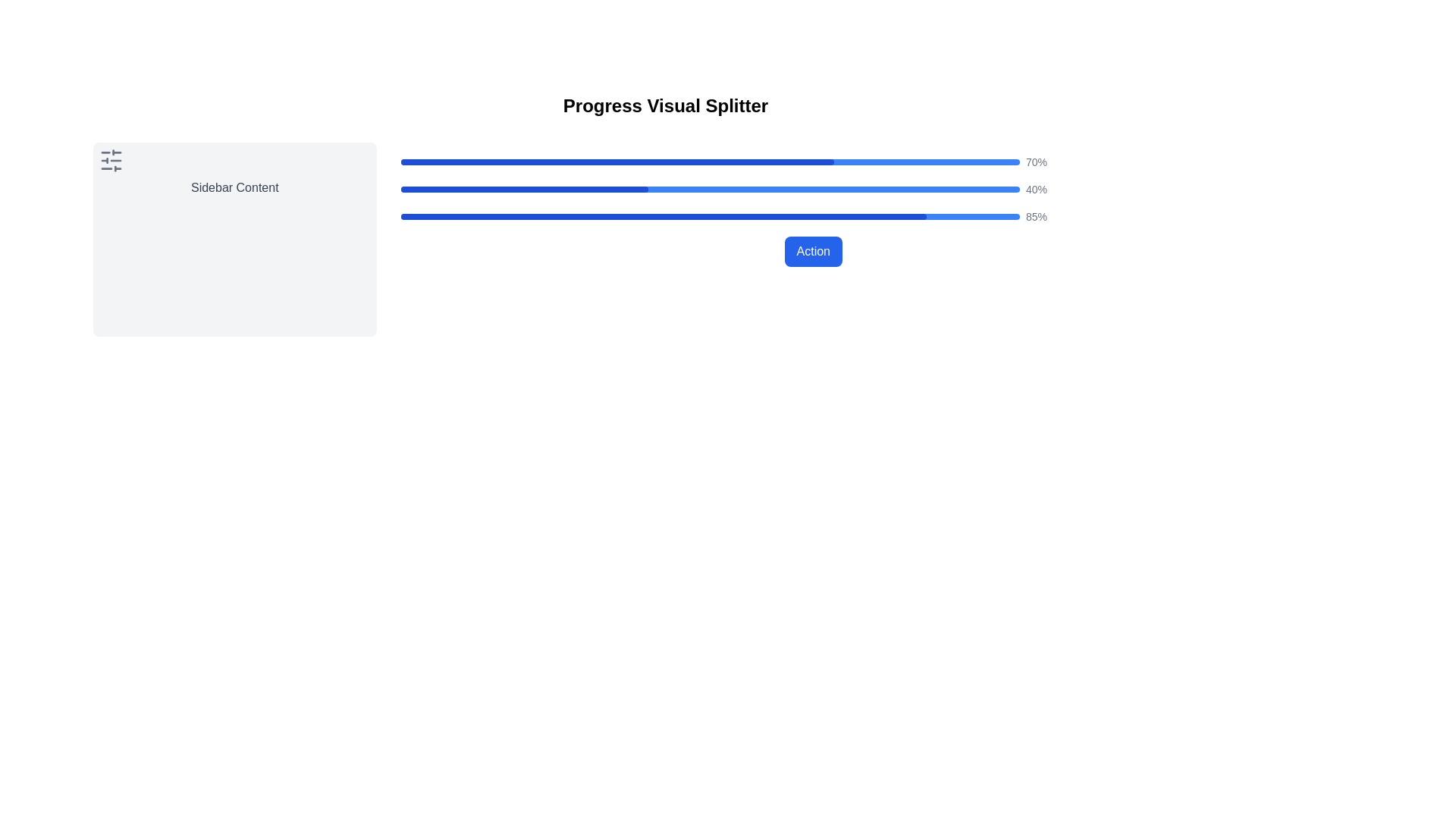 The width and height of the screenshot is (1456, 819). I want to click on the static text label that displays the percentage value of the filled portion of the middle progress bar, located on the right side of the blue area, so click(1035, 189).